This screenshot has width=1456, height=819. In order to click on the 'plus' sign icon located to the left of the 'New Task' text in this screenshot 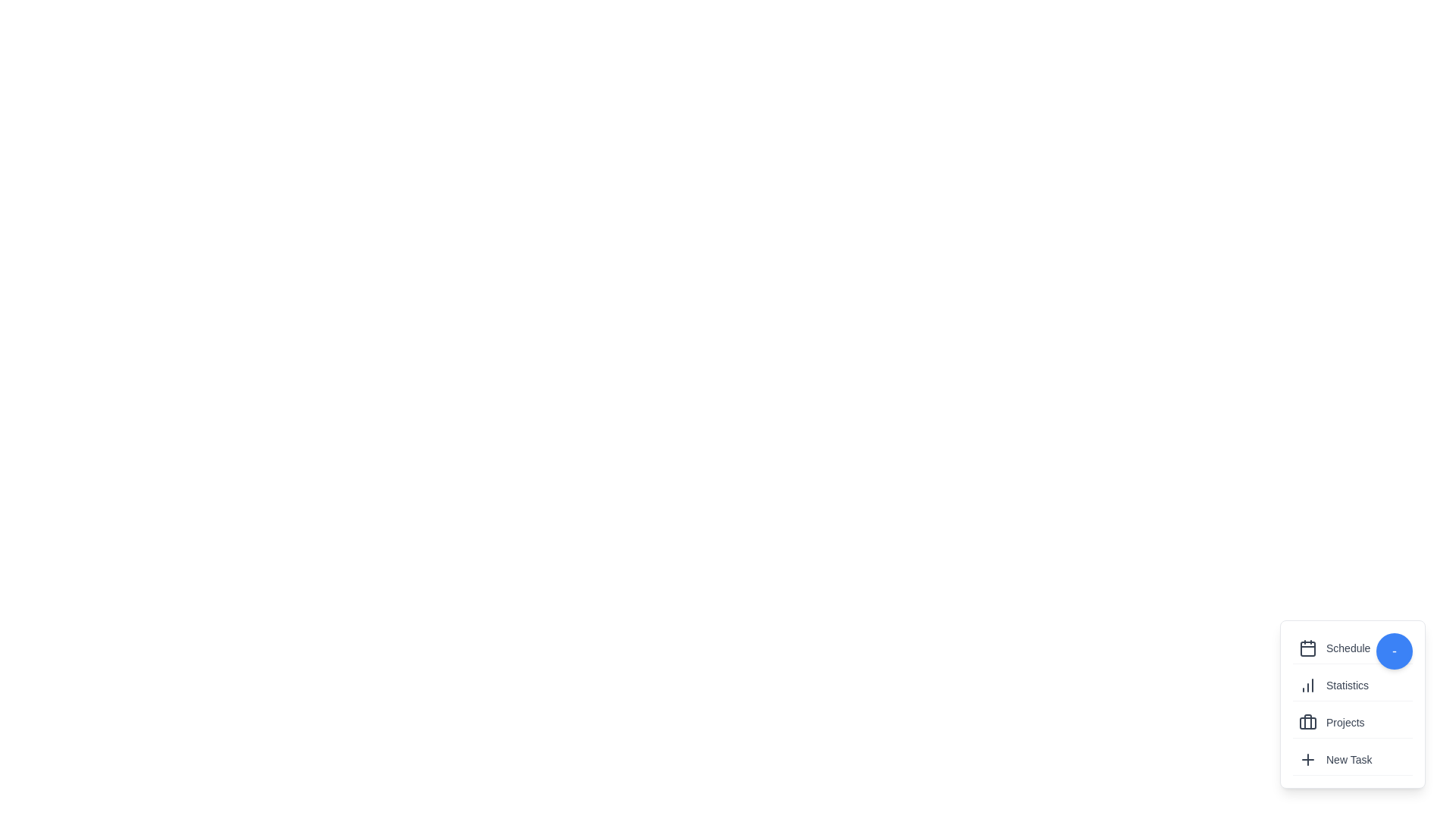, I will do `click(1307, 760)`.